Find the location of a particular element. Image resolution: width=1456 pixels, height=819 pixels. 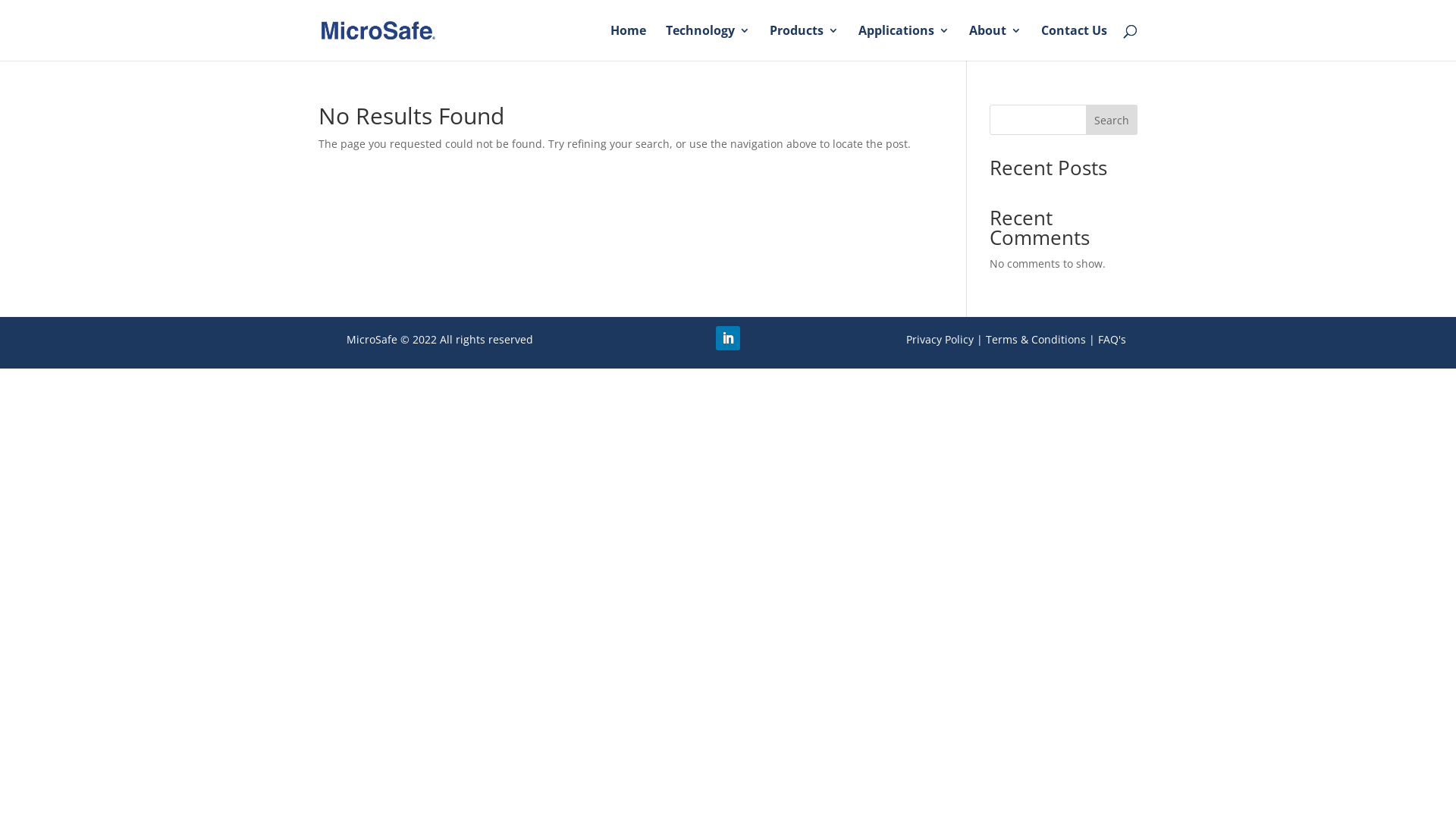

'About' is located at coordinates (995, 42).